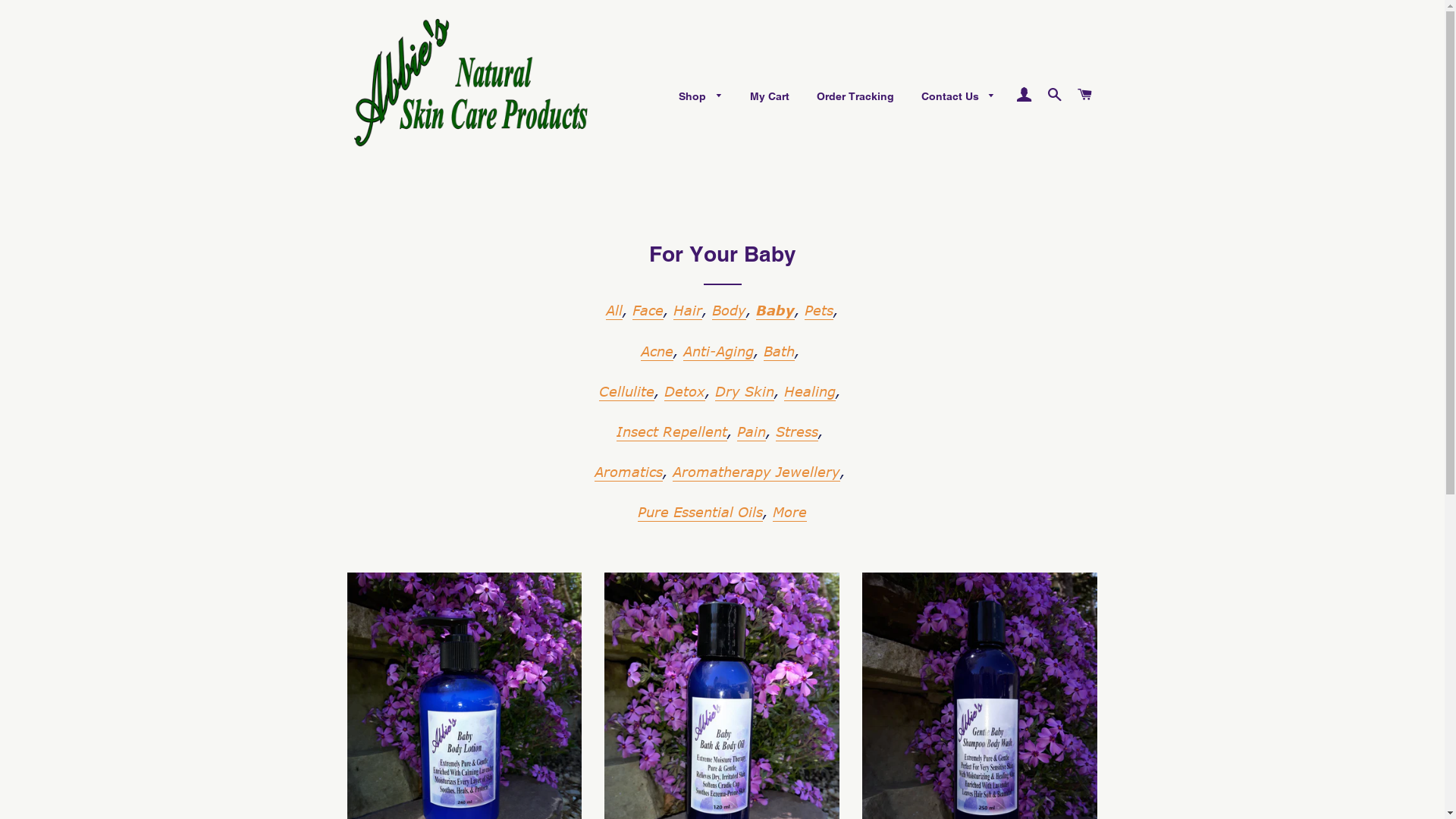  I want to click on 'Dry Skin', so click(745, 391).